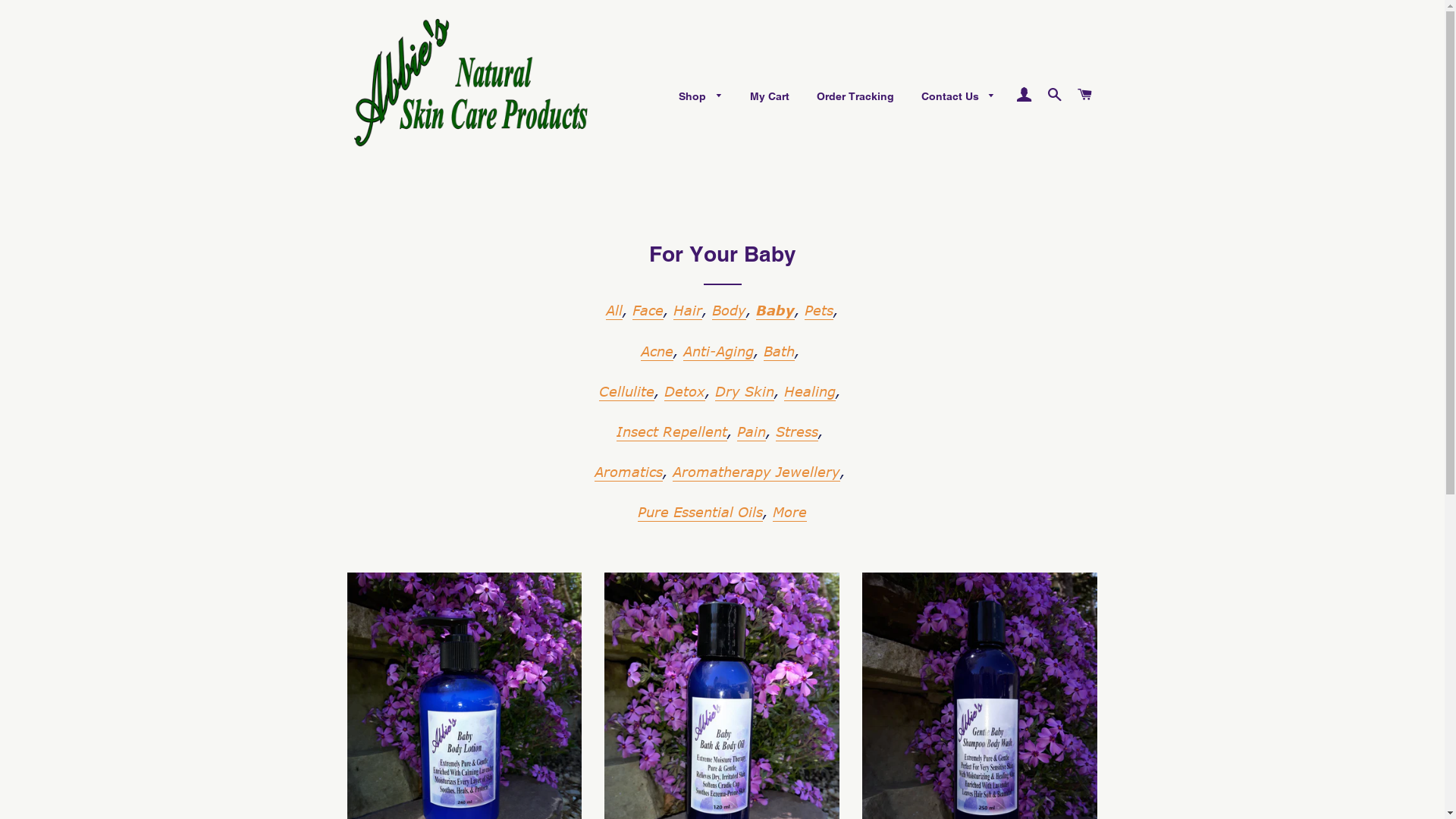  I want to click on 'Dry Skin', so click(745, 391).